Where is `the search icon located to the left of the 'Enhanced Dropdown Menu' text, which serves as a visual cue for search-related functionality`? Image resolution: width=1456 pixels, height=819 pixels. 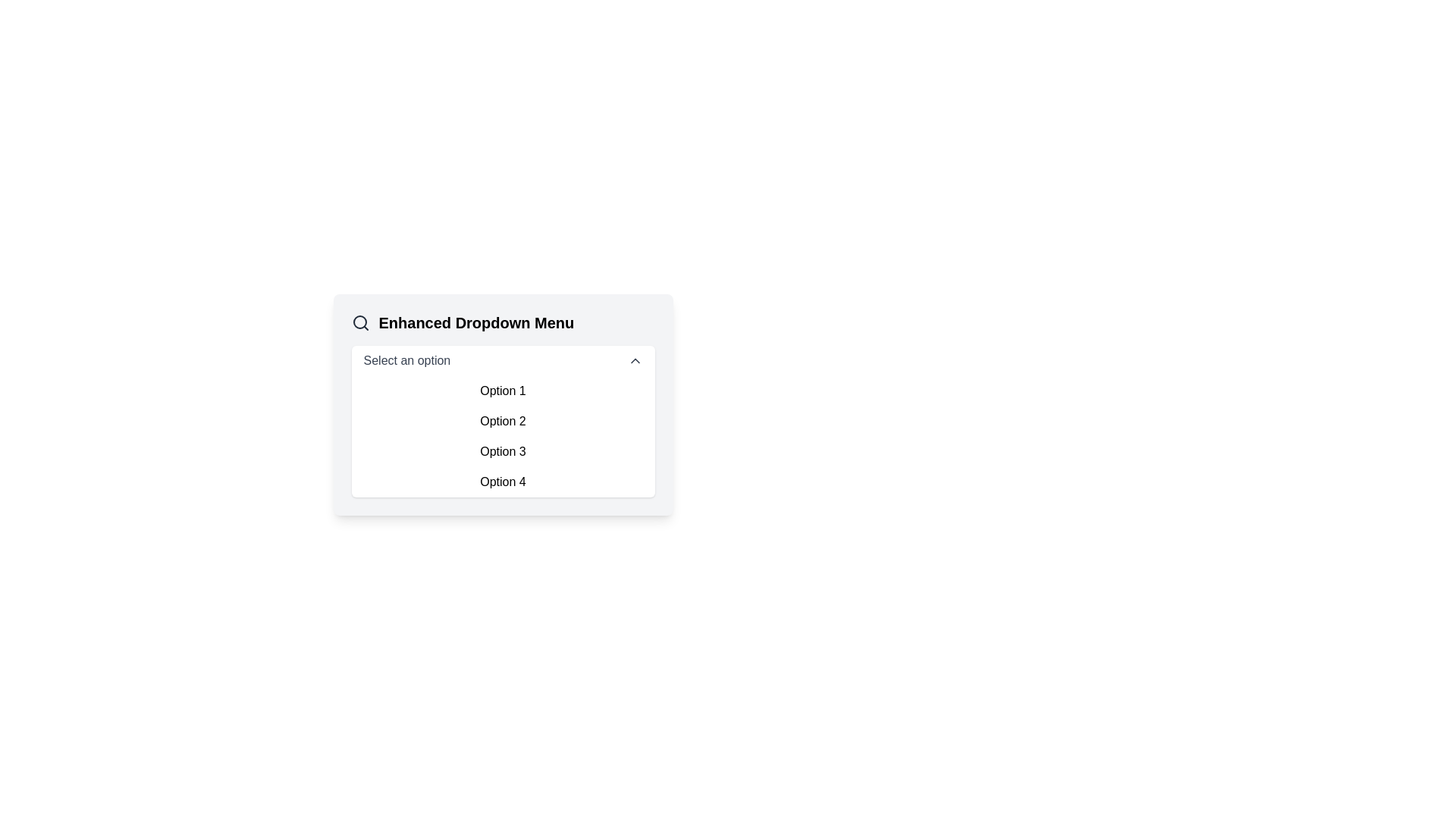
the search icon located to the left of the 'Enhanced Dropdown Menu' text, which serves as a visual cue for search-related functionality is located at coordinates (359, 322).